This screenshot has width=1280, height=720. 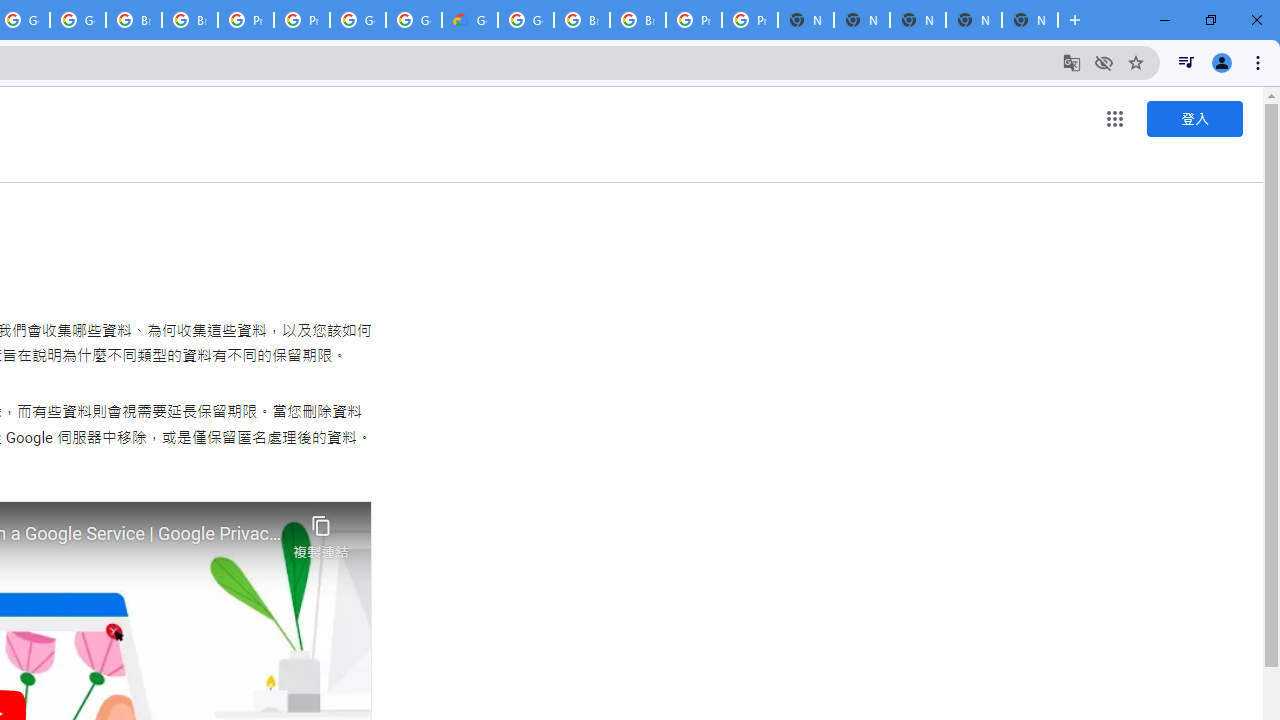 What do you see at coordinates (526, 20) in the screenshot?
I see `'Google Cloud Platform'` at bounding box center [526, 20].